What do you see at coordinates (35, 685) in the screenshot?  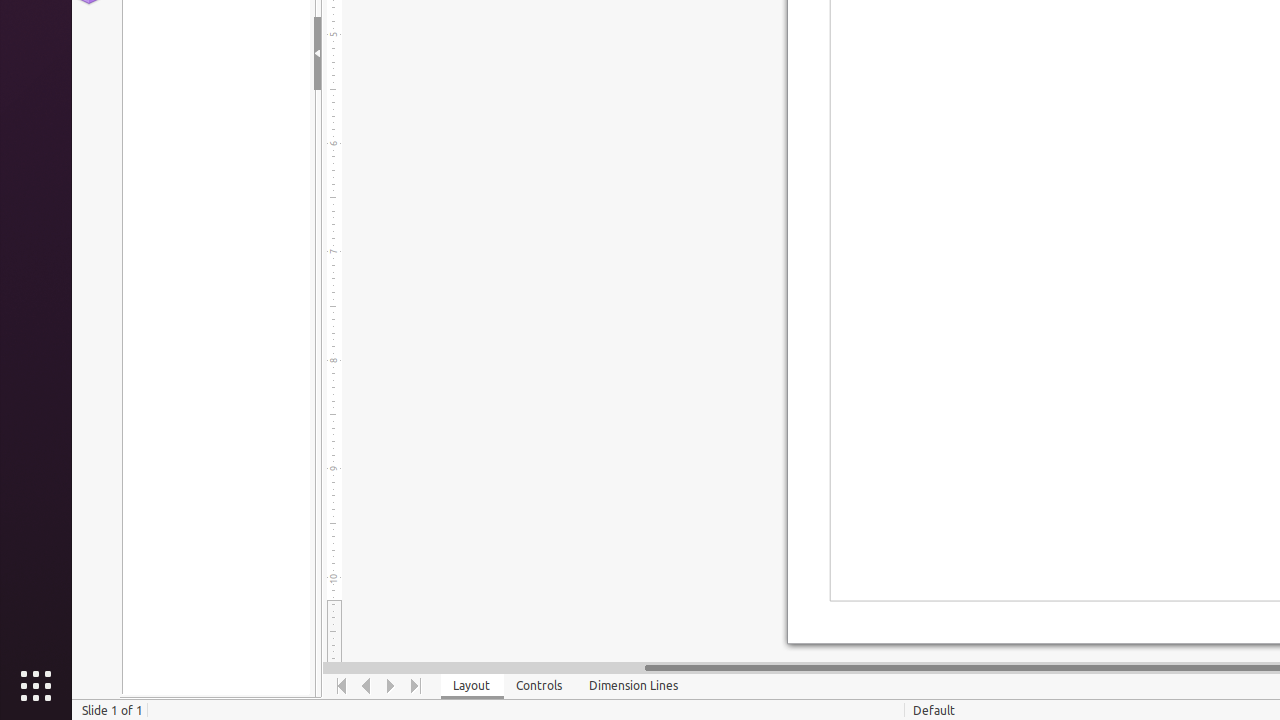 I see `'Show Applications'` at bounding box center [35, 685].